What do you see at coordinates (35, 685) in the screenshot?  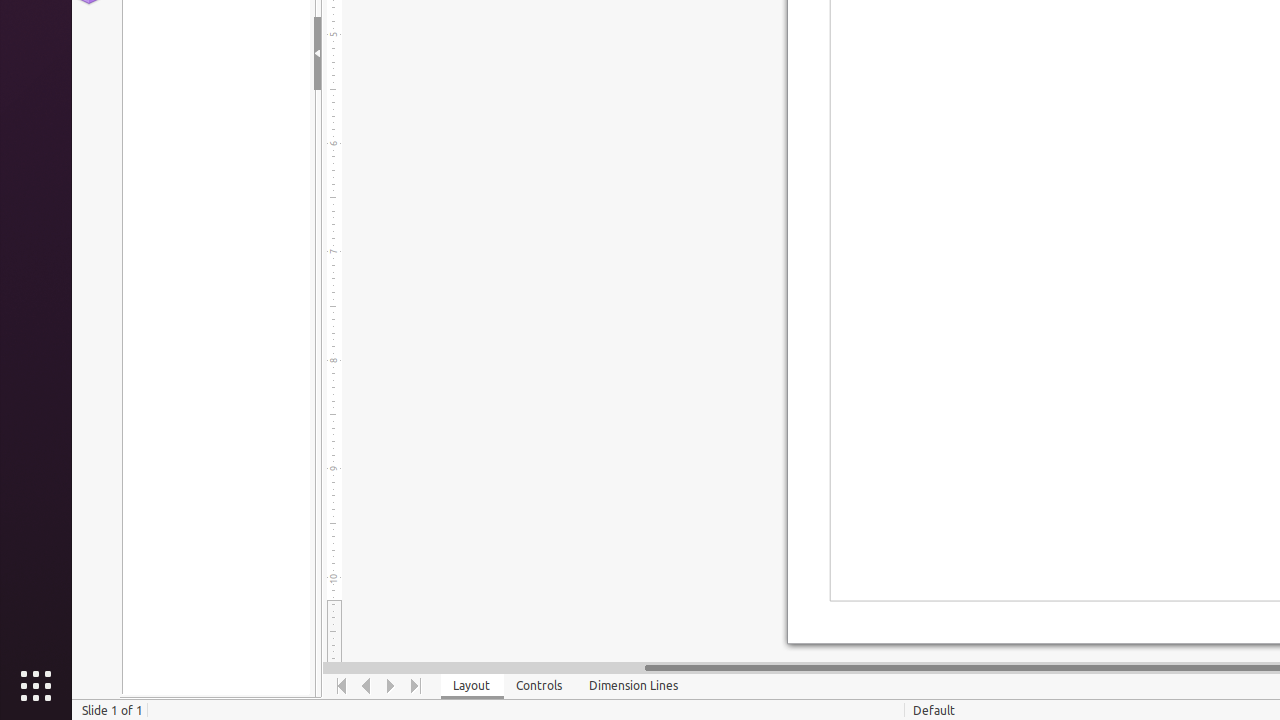 I see `'Show Applications'` at bounding box center [35, 685].